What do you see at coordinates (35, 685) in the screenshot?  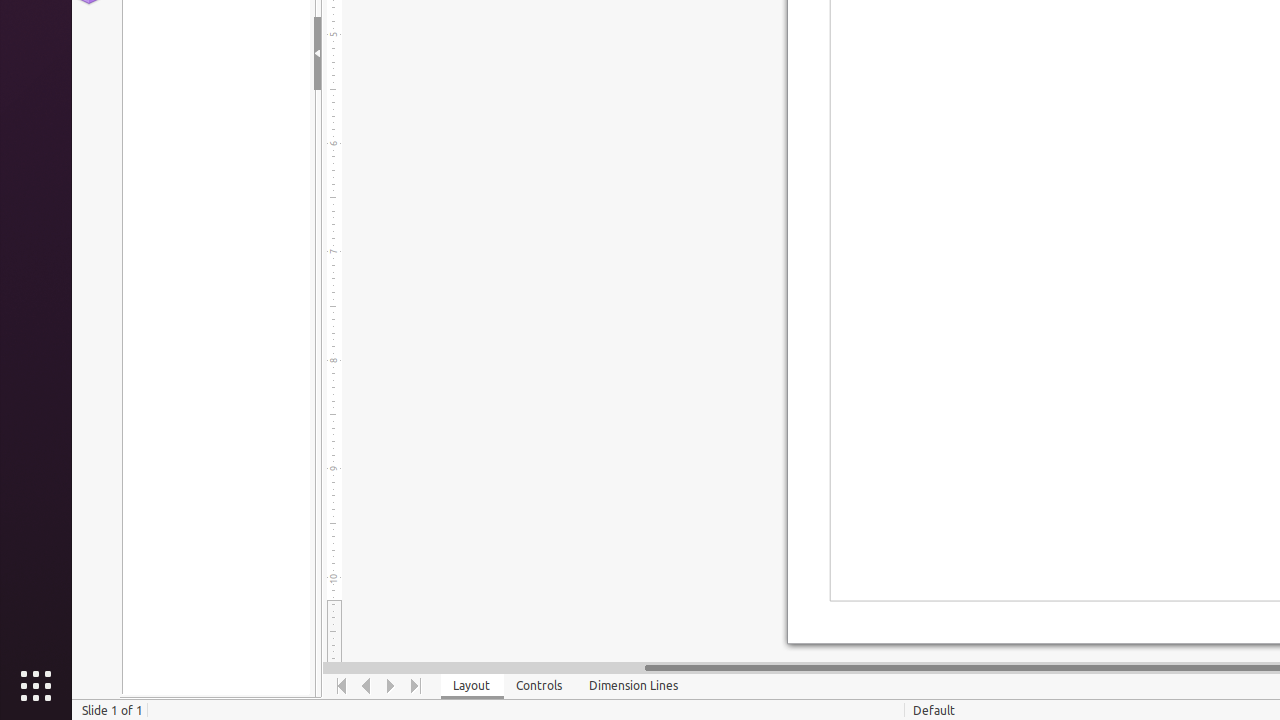 I see `'Show Applications'` at bounding box center [35, 685].